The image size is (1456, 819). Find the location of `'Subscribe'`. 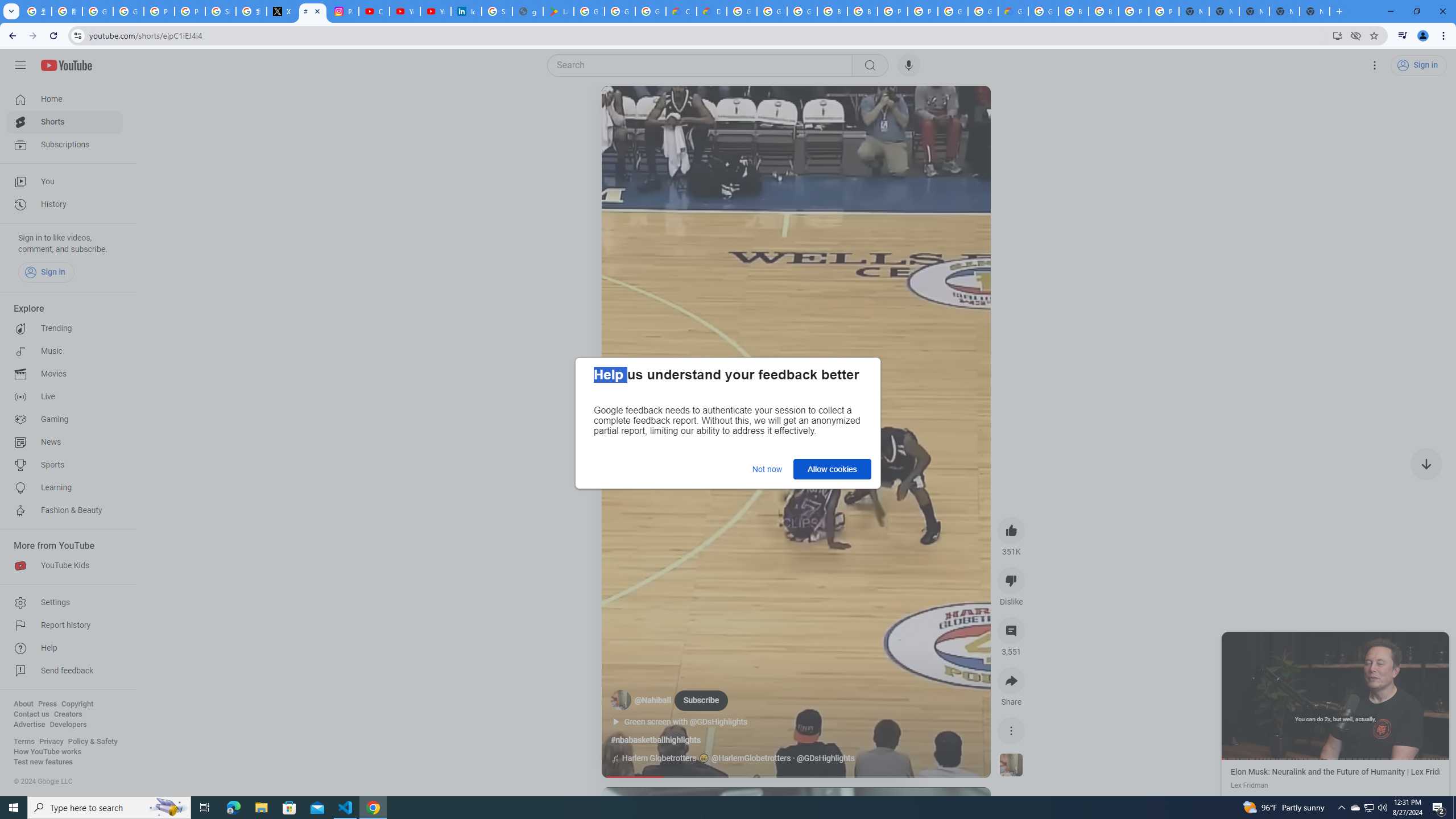

'Subscribe' is located at coordinates (700, 700).